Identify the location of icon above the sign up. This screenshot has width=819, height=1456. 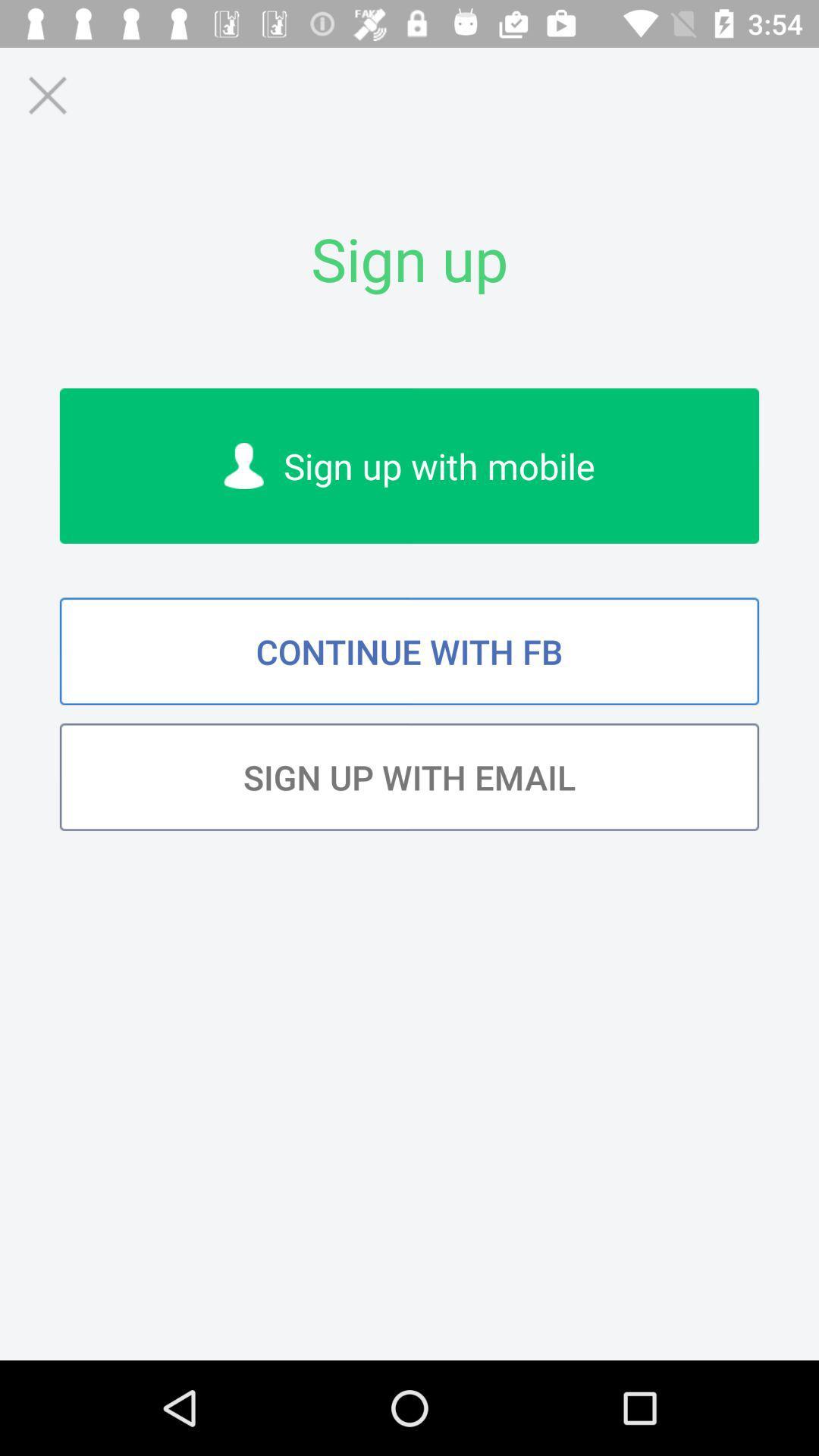
(46, 94).